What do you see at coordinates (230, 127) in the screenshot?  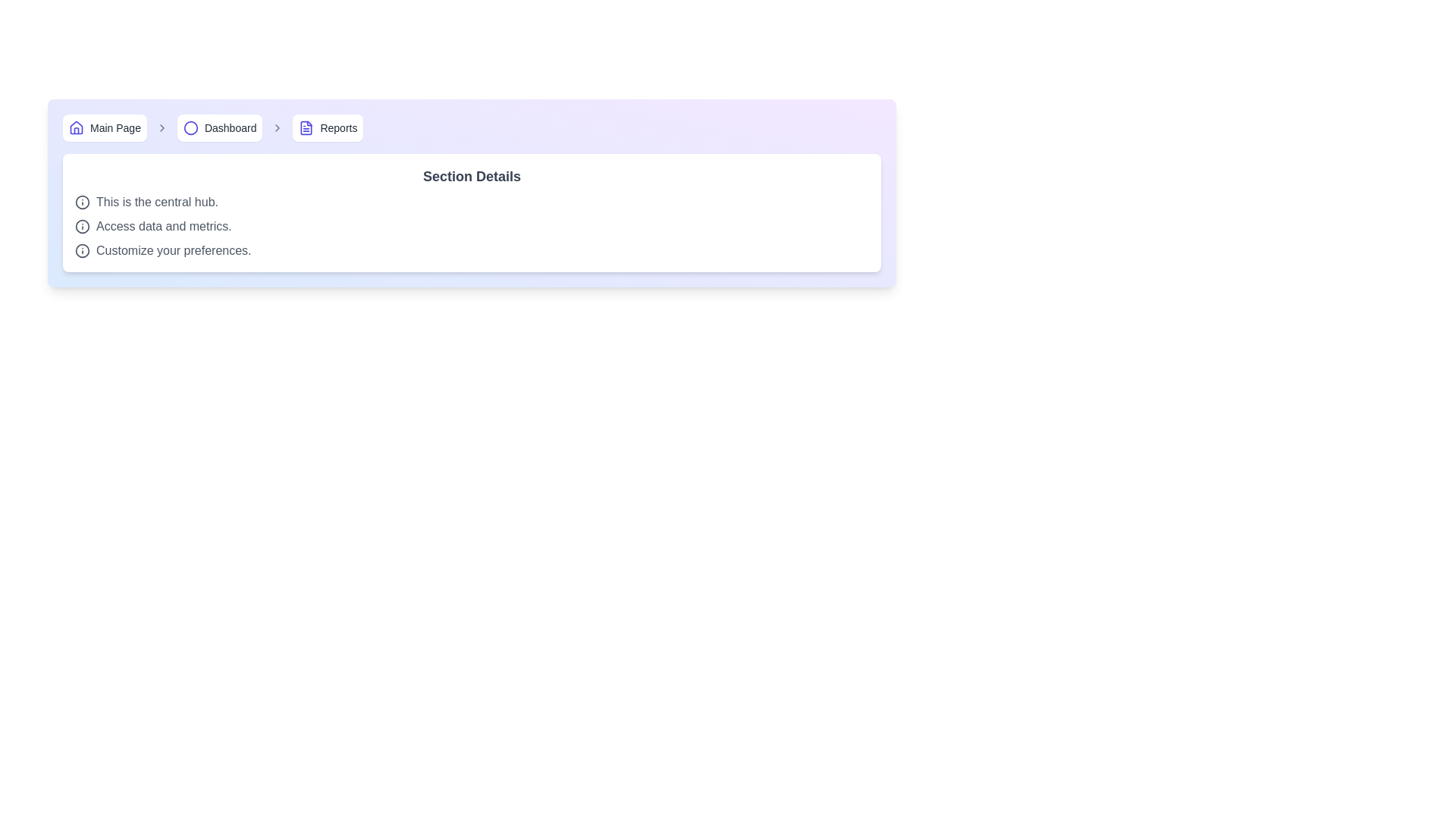 I see `the breadcrumb navigation label that represents the current section, positioned between 'Main Page' and 'Reports'` at bounding box center [230, 127].